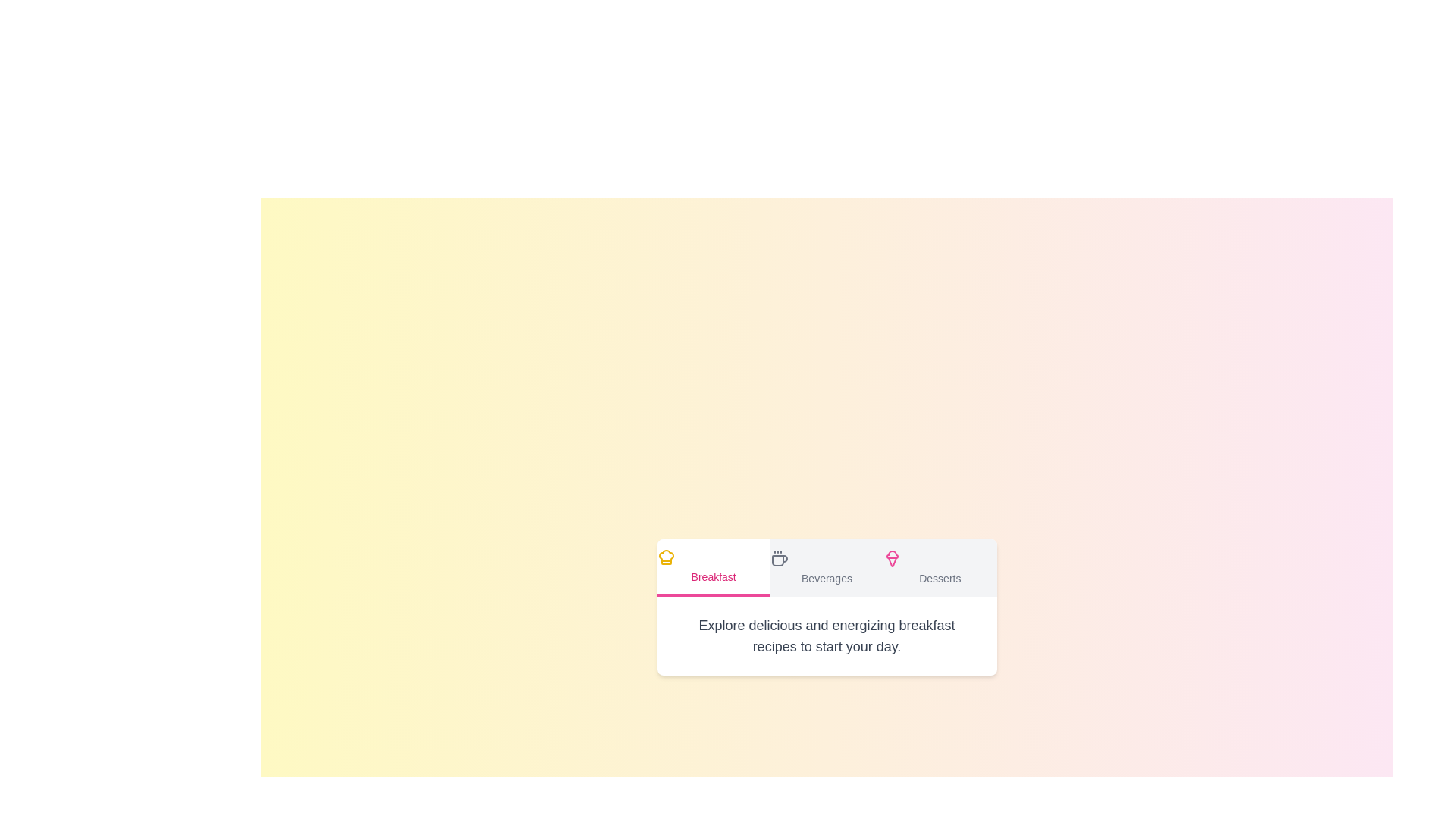  What do you see at coordinates (712, 567) in the screenshot?
I see `the tab labeled Breakfast to display its content` at bounding box center [712, 567].